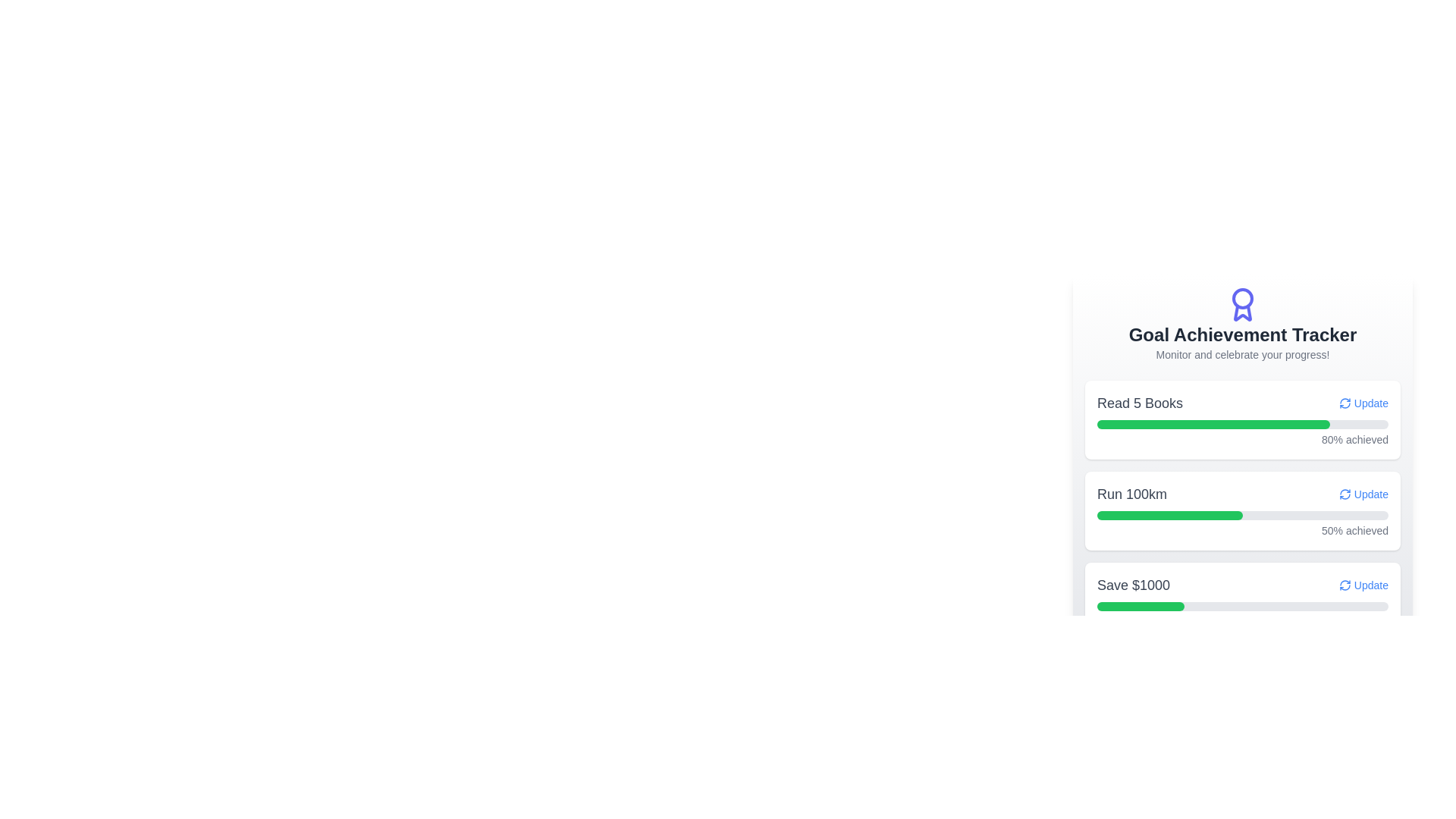 This screenshot has height=819, width=1456. I want to click on the achievement icon located in the header of the 'Goal Achievement Tracker' section, which visually represents the concept of achievement or awards, so click(1242, 304).